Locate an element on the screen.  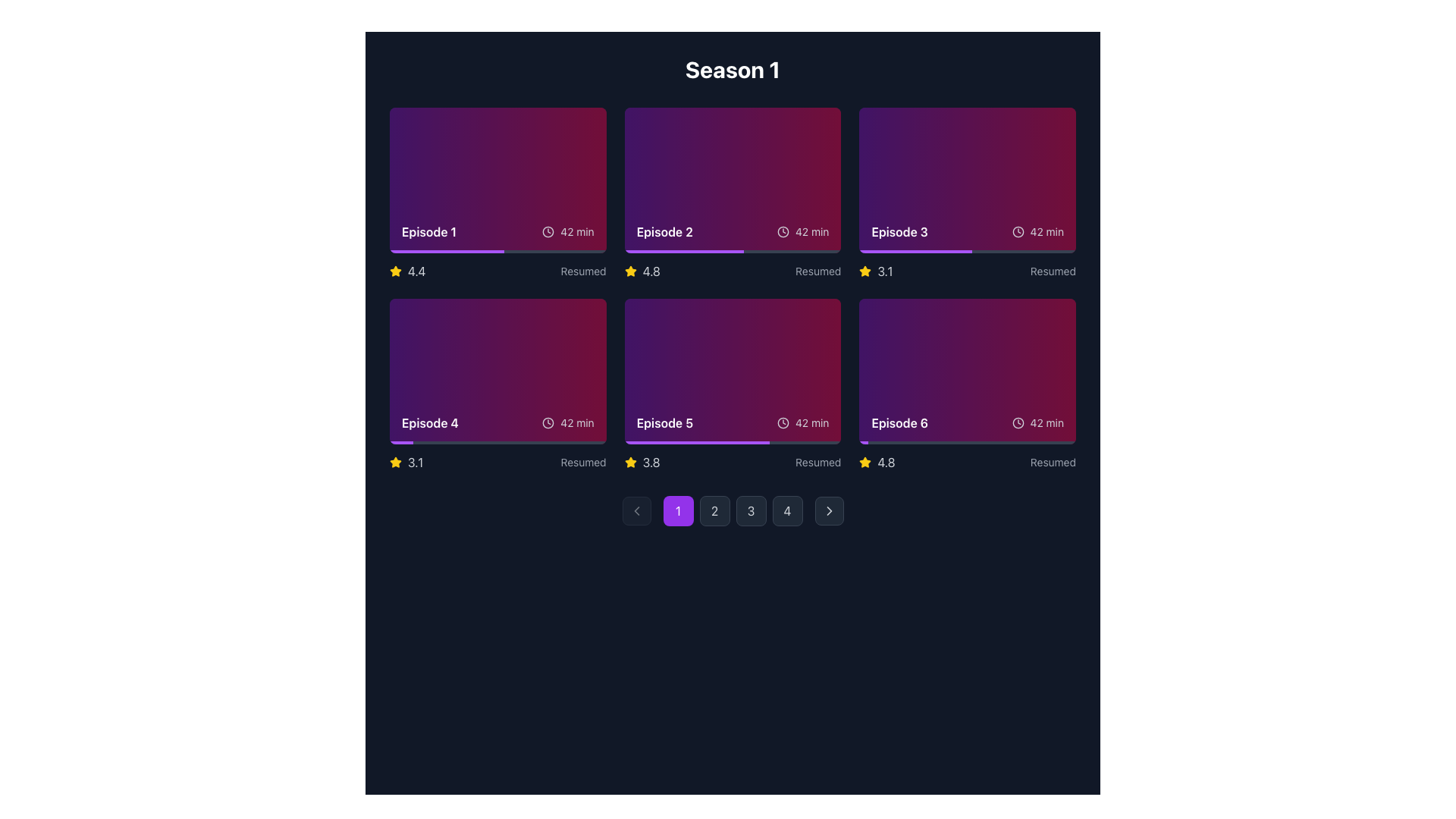
the filled yellow star icon representing the rating for Episode 6, located to the left of the numeric rating text ('4.8') in the episode grid is located at coordinates (865, 461).